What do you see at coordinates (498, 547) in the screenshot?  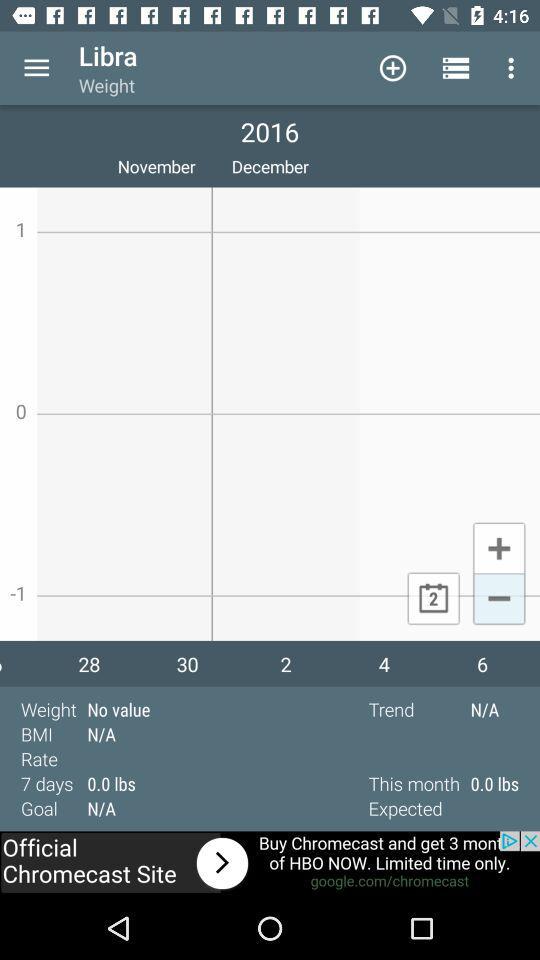 I see `things` at bounding box center [498, 547].